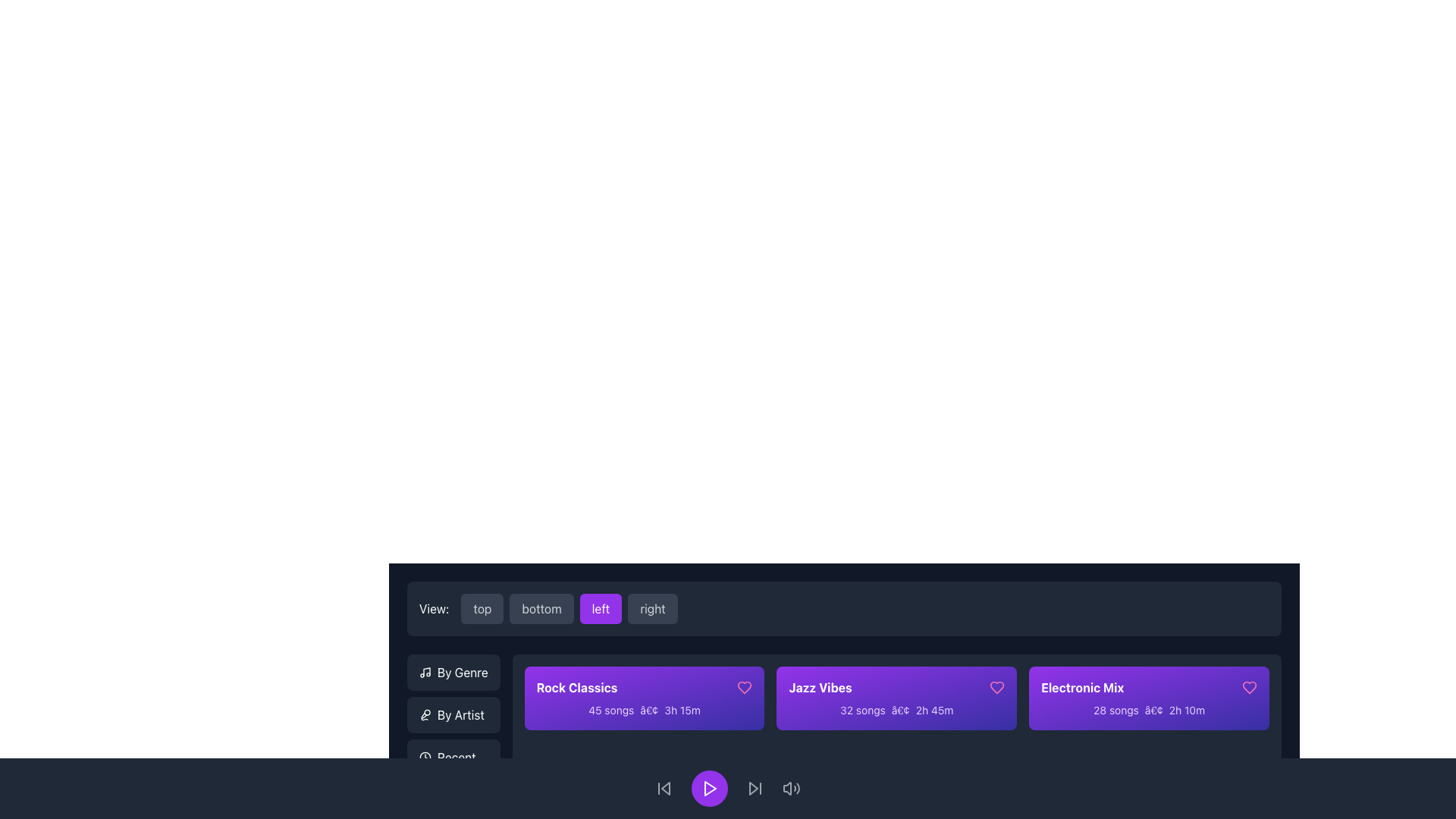 This screenshot has width=1456, height=819. I want to click on the static text label that provides metadata about the playlist, located in the bottom section of the 'Electronic Mix' card, which is the third card in a horizontally aligned set of playlist cards, so click(1149, 711).